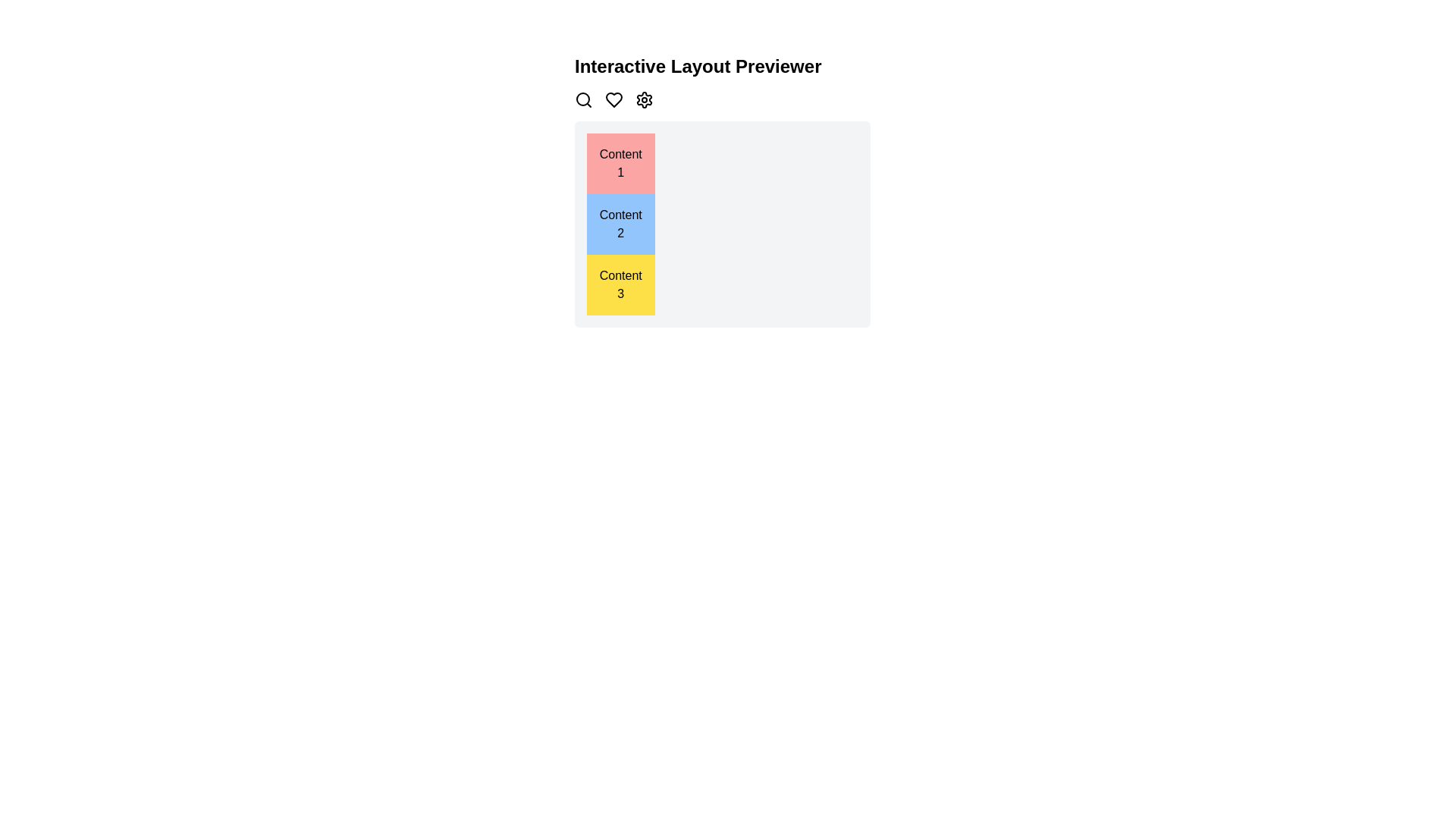  I want to click on text label that displays 'Interactive Layout Previewer' located at the top-center of the interface, so click(697, 66).